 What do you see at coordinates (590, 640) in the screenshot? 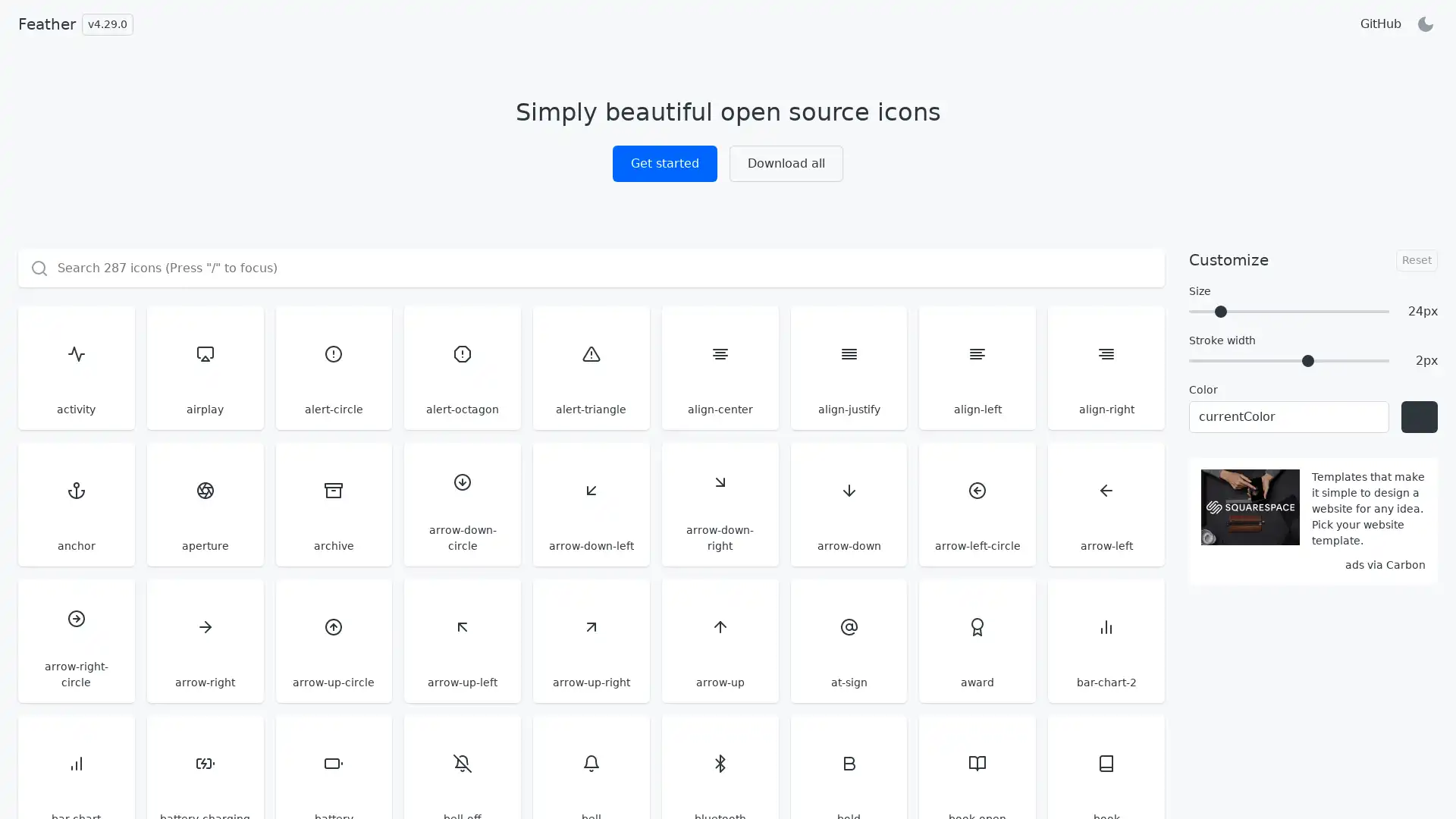
I see `arrow-up-right` at bounding box center [590, 640].